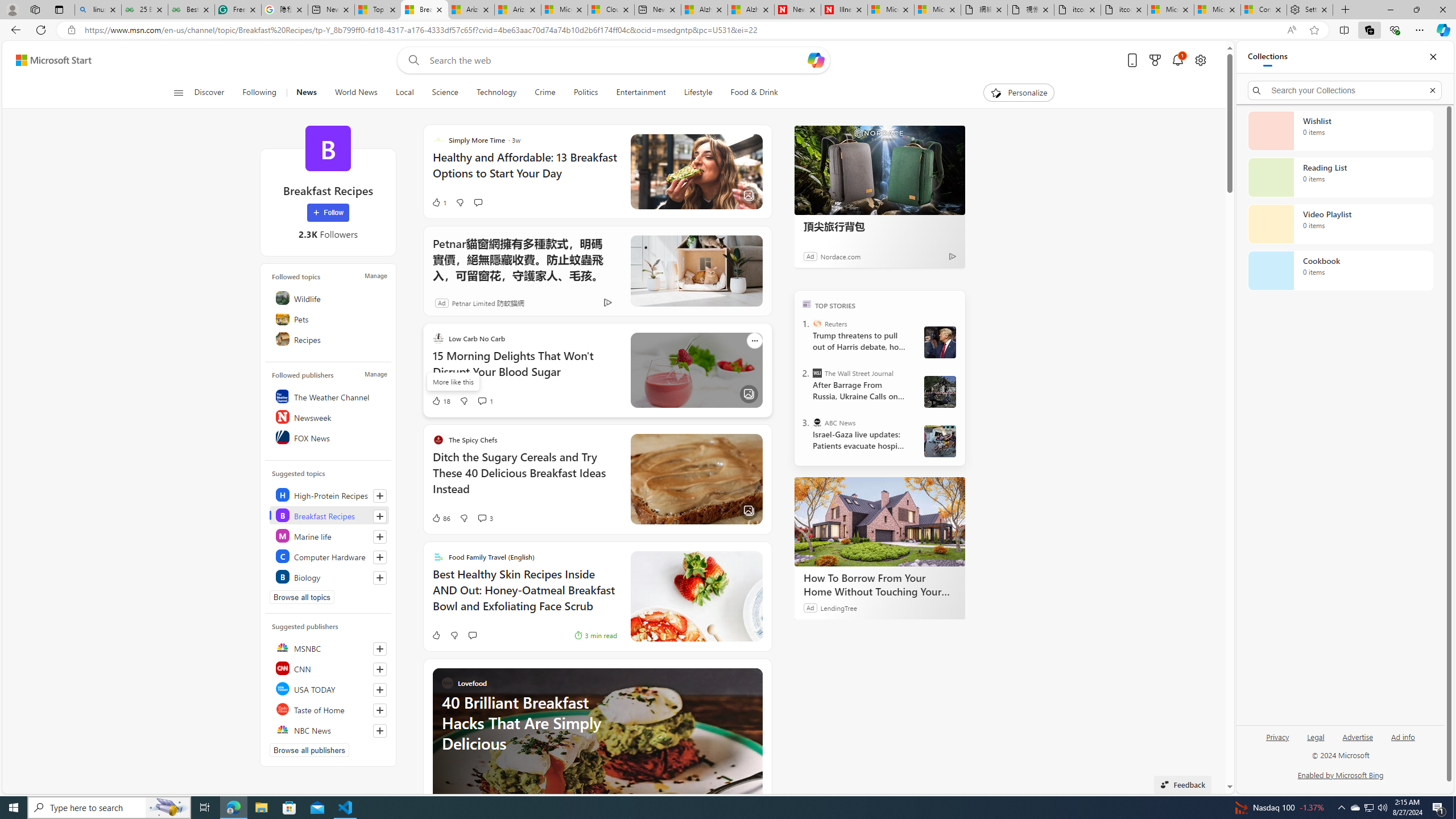  I want to click on 'Advertise', so click(1358, 741).